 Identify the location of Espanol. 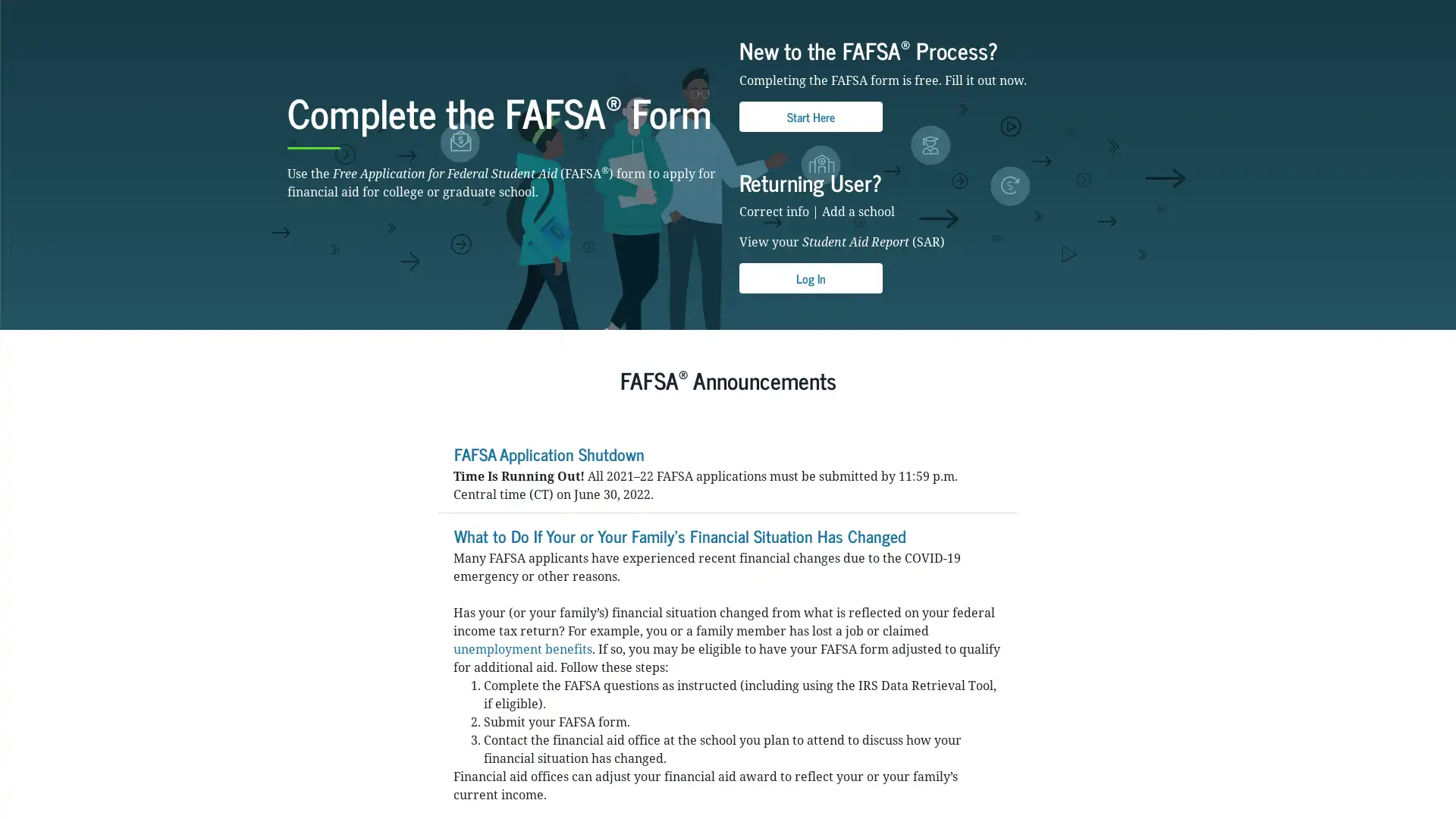
(1153, 11).